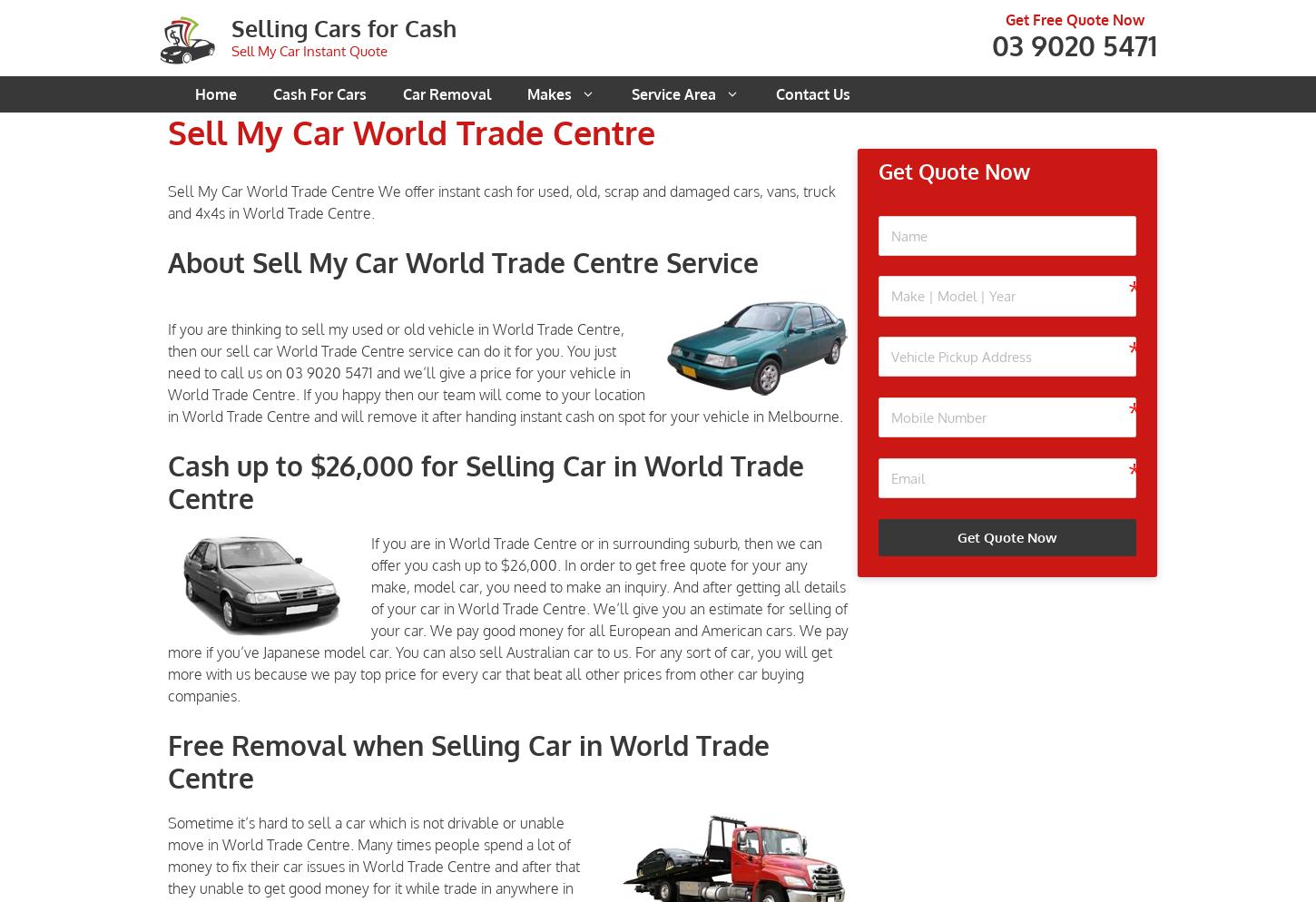 This screenshot has width=1316, height=902. What do you see at coordinates (507, 618) in the screenshot?
I see `'If you are in World Trade Centre or in surrounding suburb, then we can offer you cash up to $26,000. In order to get free quote for your any make, model car, you need to make an inquiry. And after getting all details of your car in World Trade Centre. We’ll give you an estimate for selling of your car. We pay good money for all European and American cars. We pay more if you’ve Japanese model car. You can also sell Australian car to us. For any sort of car, you will get more with us because we pay top price for every car that beat all other prices from other car buying companies.'` at bounding box center [507, 618].